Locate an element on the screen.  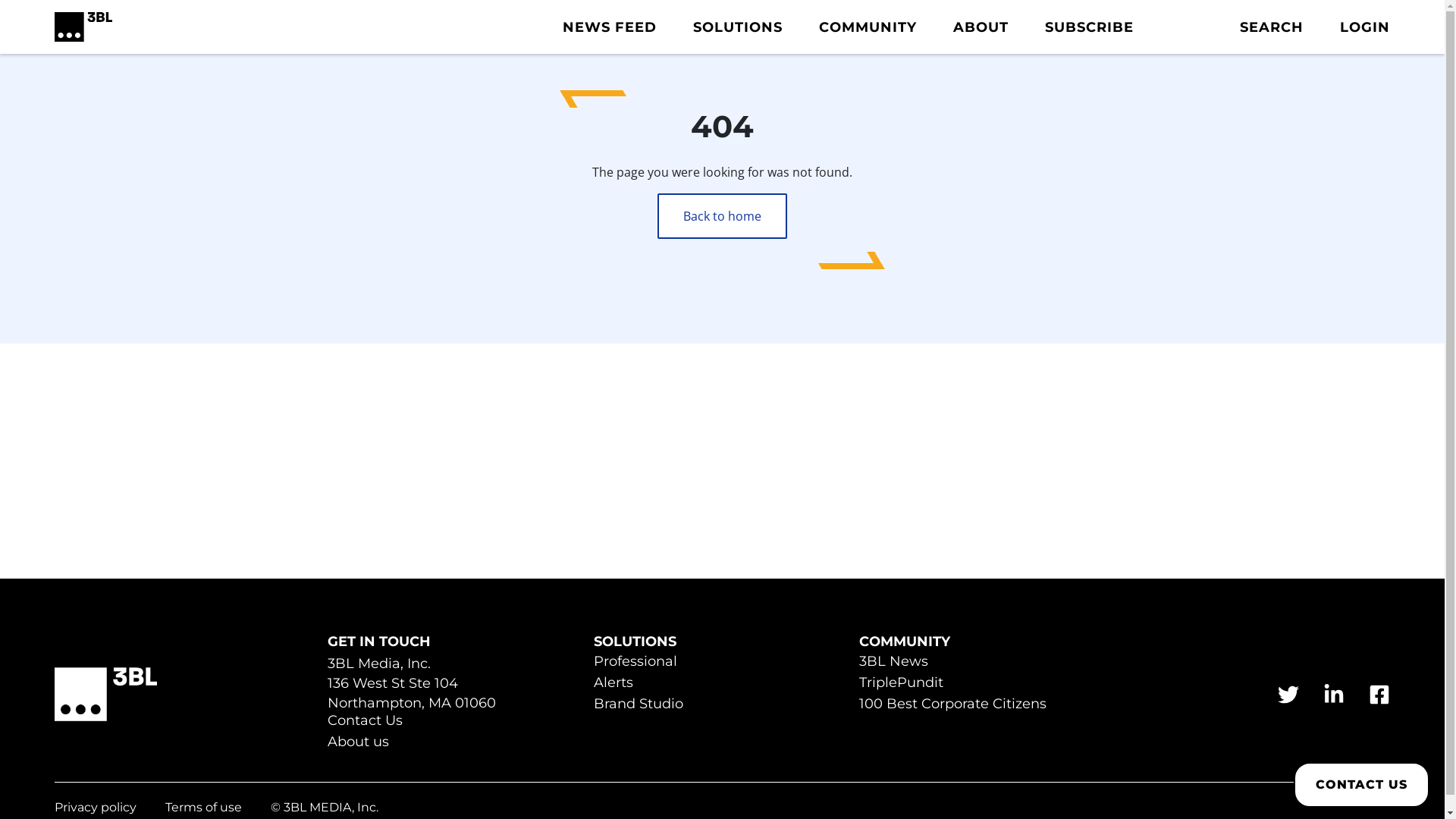
'Professional' is located at coordinates (635, 662).